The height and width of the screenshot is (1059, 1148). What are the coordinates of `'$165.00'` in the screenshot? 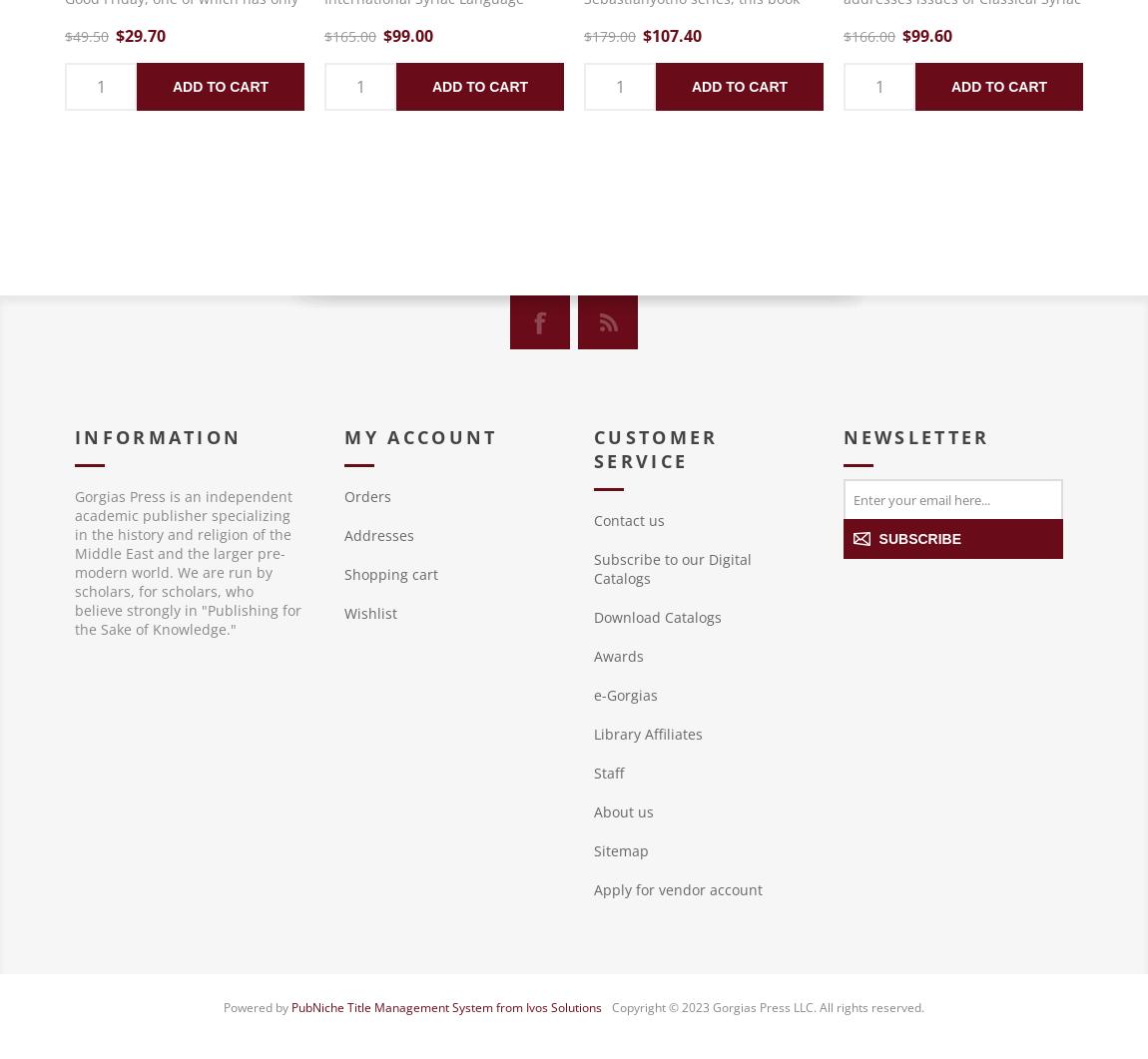 It's located at (349, 36).